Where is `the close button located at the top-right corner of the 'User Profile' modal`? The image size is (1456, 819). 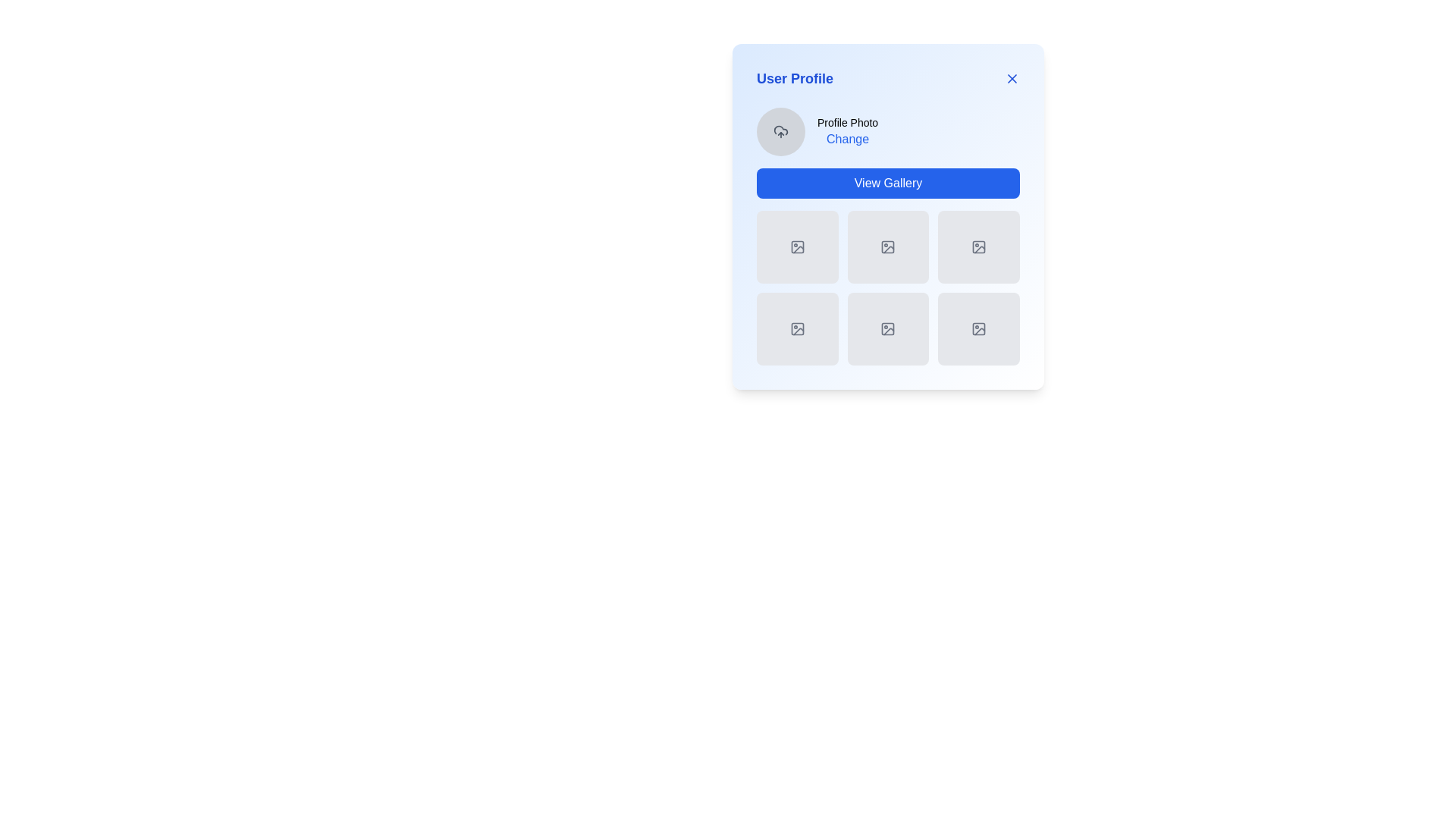
the close button located at the top-right corner of the 'User Profile' modal is located at coordinates (1012, 79).